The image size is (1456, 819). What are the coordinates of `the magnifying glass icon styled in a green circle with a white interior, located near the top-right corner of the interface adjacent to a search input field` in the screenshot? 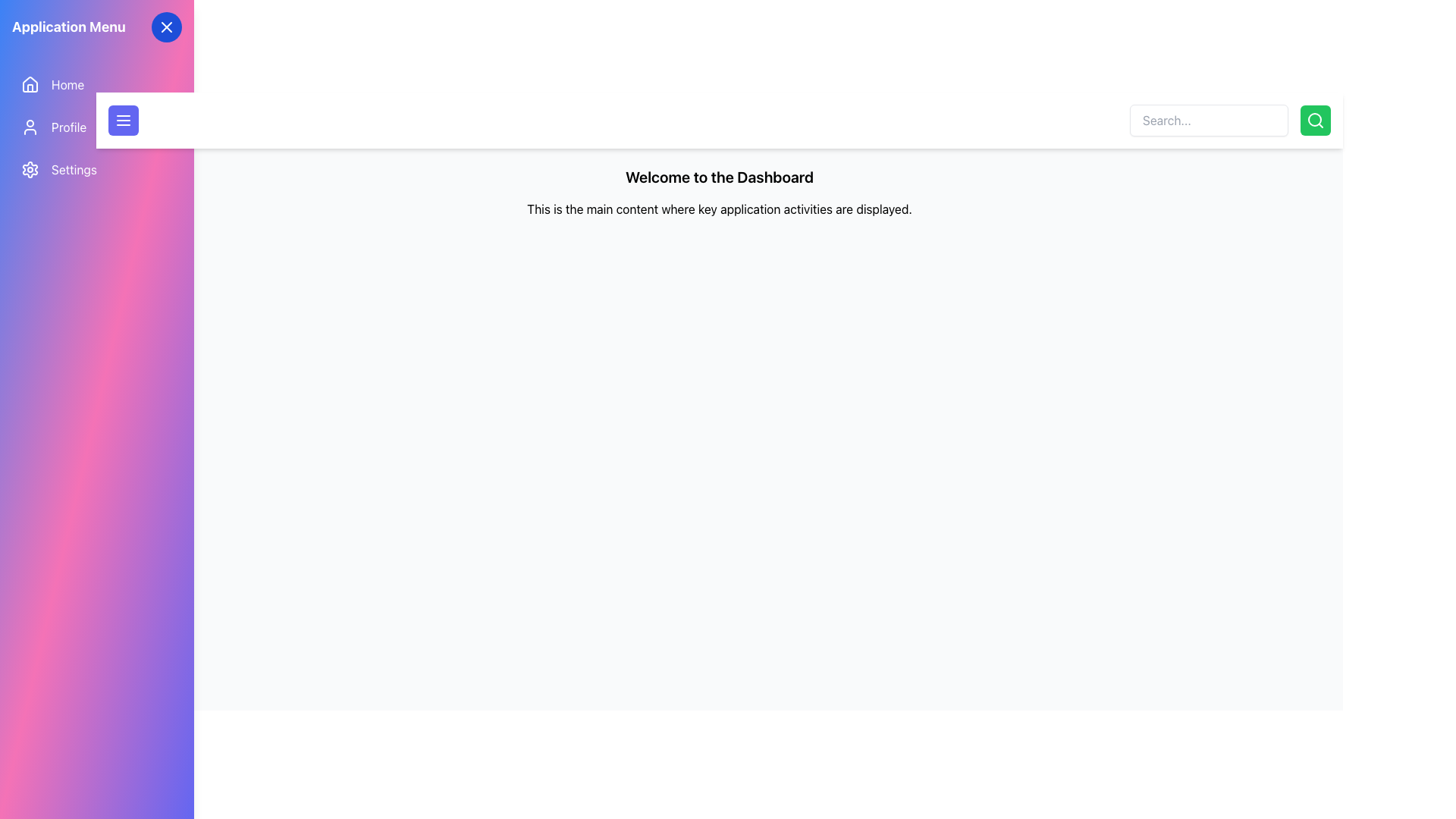 It's located at (1314, 119).